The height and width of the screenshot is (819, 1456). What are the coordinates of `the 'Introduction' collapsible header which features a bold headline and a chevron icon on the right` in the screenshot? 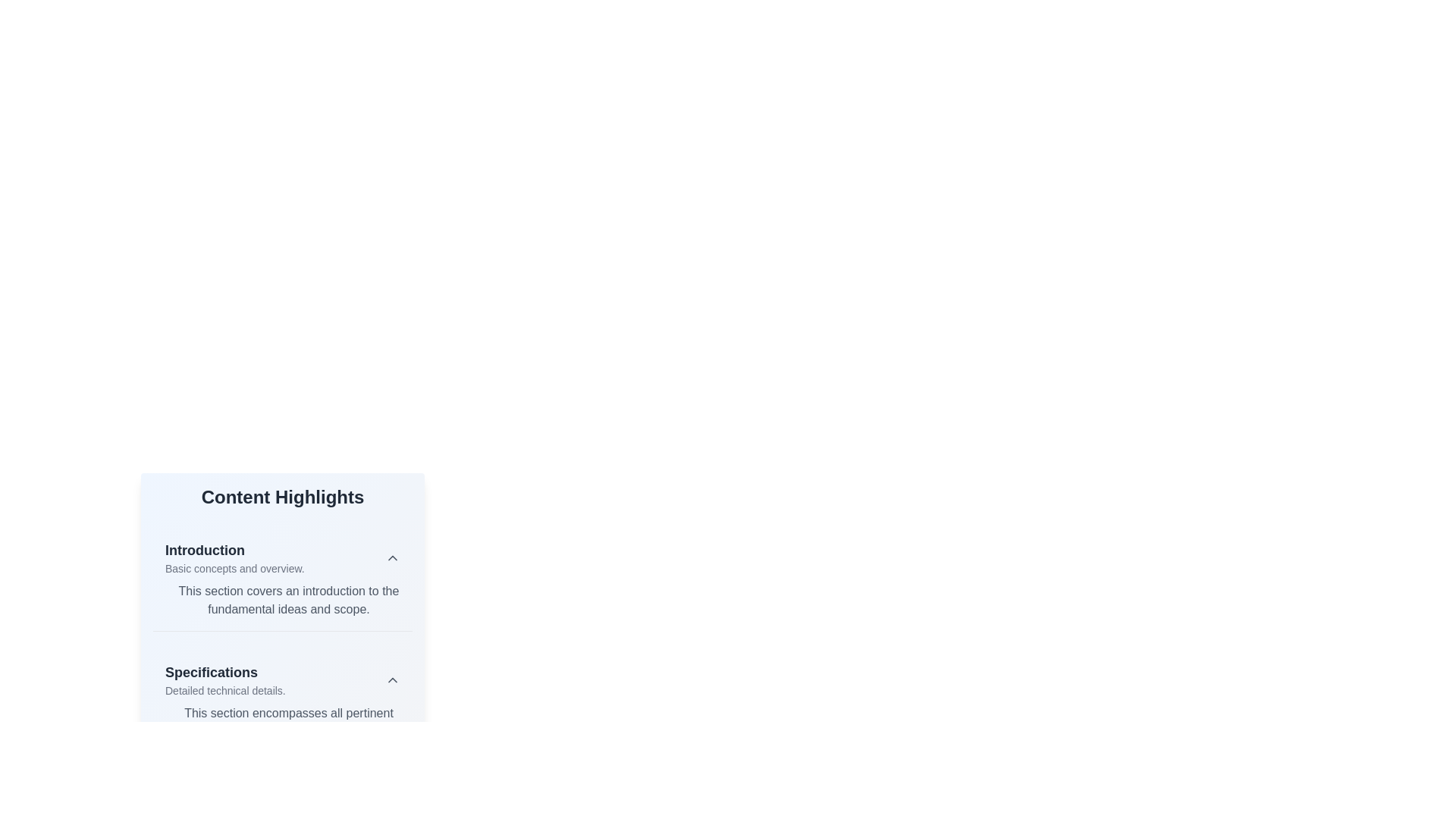 It's located at (283, 558).